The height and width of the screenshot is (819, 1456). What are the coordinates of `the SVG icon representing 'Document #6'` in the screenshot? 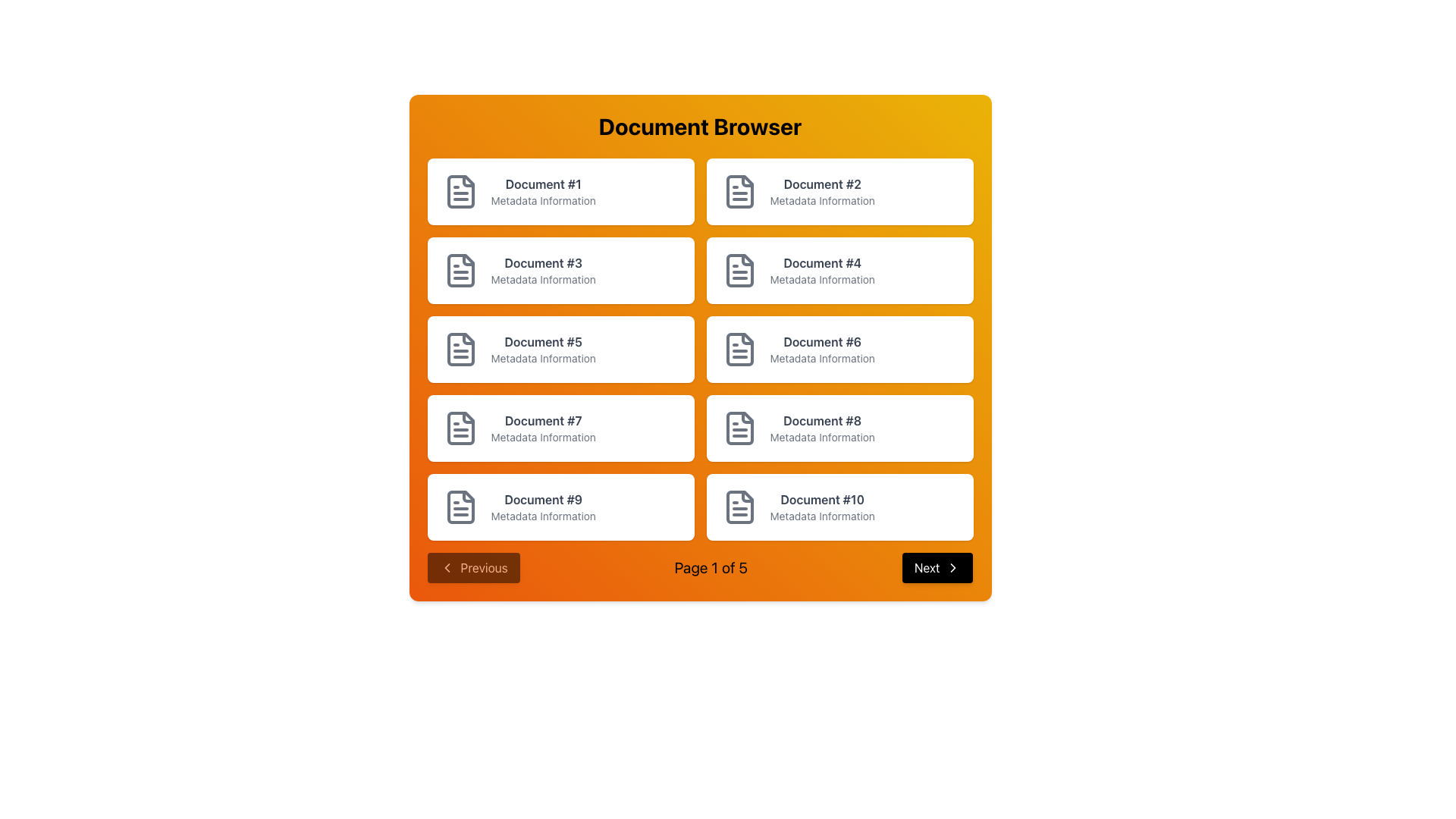 It's located at (739, 350).